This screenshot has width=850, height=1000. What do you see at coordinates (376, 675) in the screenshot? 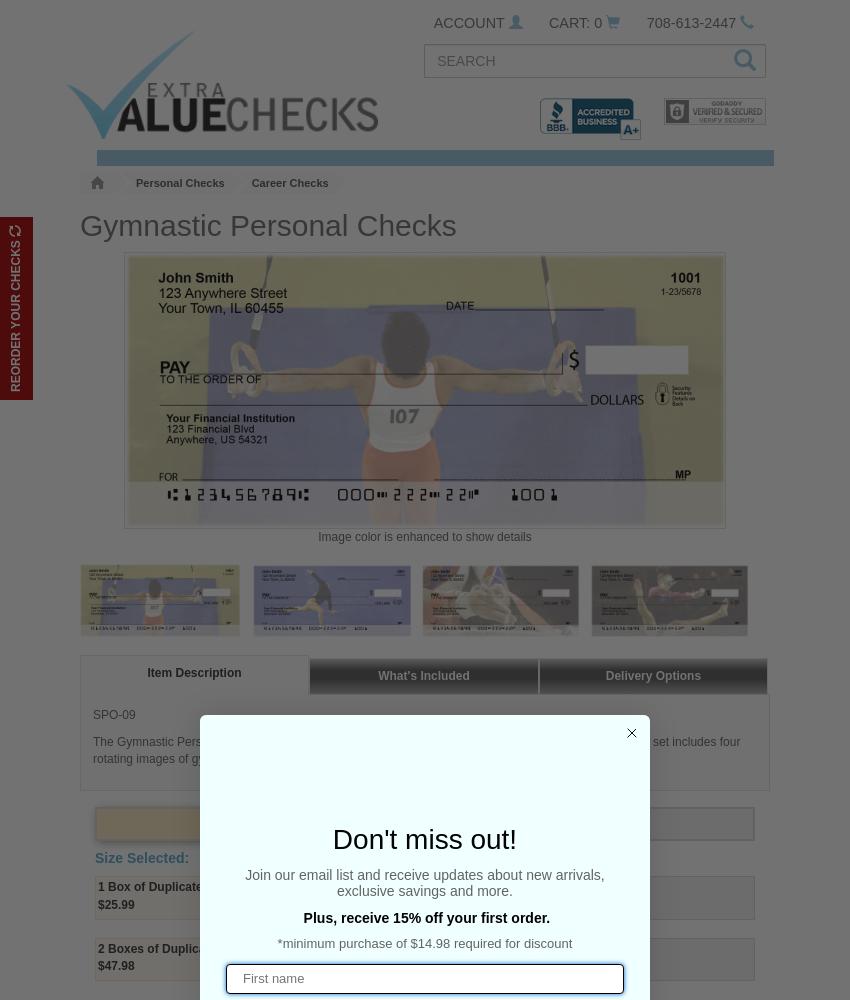
I see `'What's Included'` at bounding box center [376, 675].